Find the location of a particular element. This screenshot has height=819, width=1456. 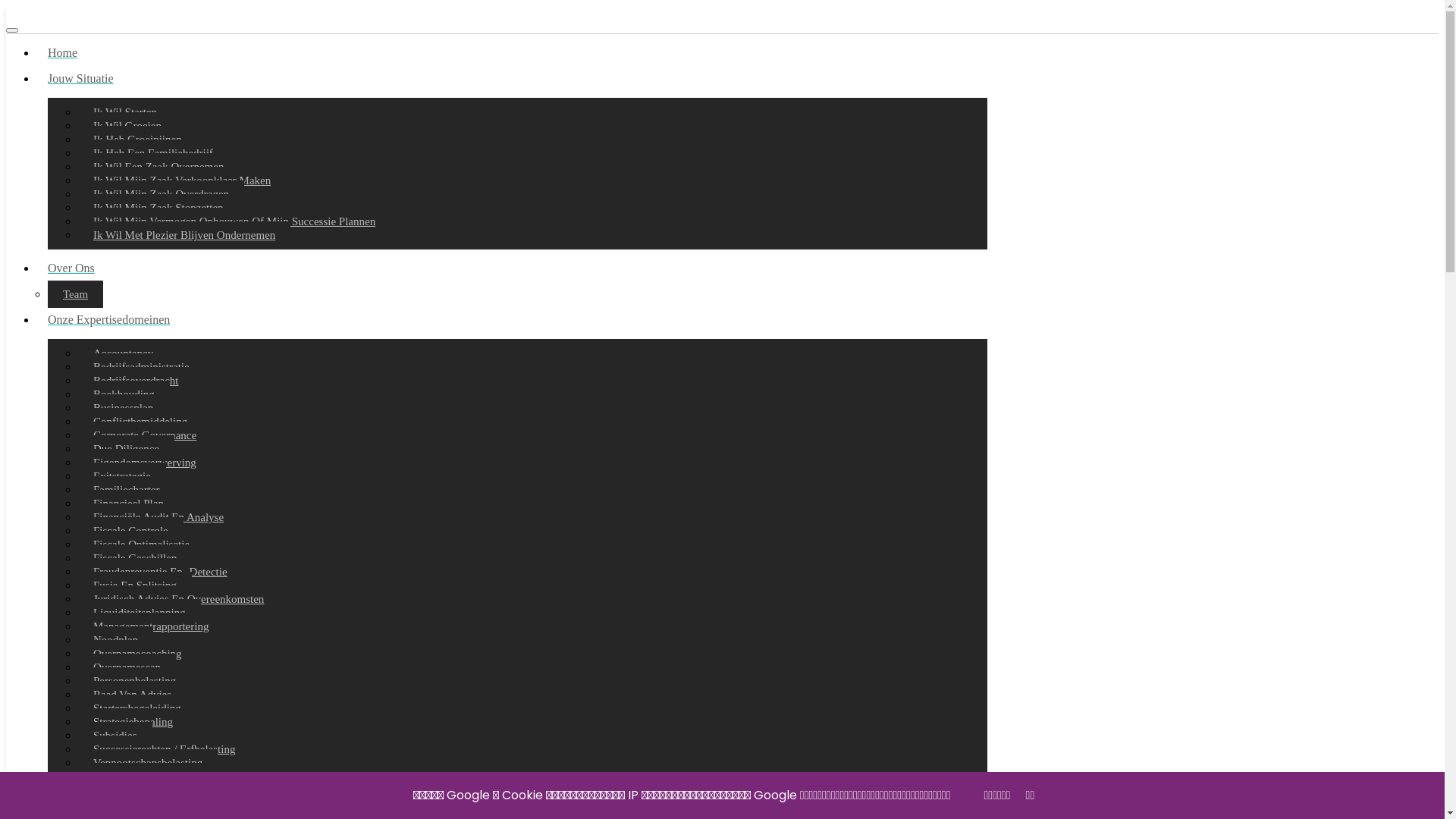

'Bedrijfsoverdracht' is located at coordinates (135, 379).